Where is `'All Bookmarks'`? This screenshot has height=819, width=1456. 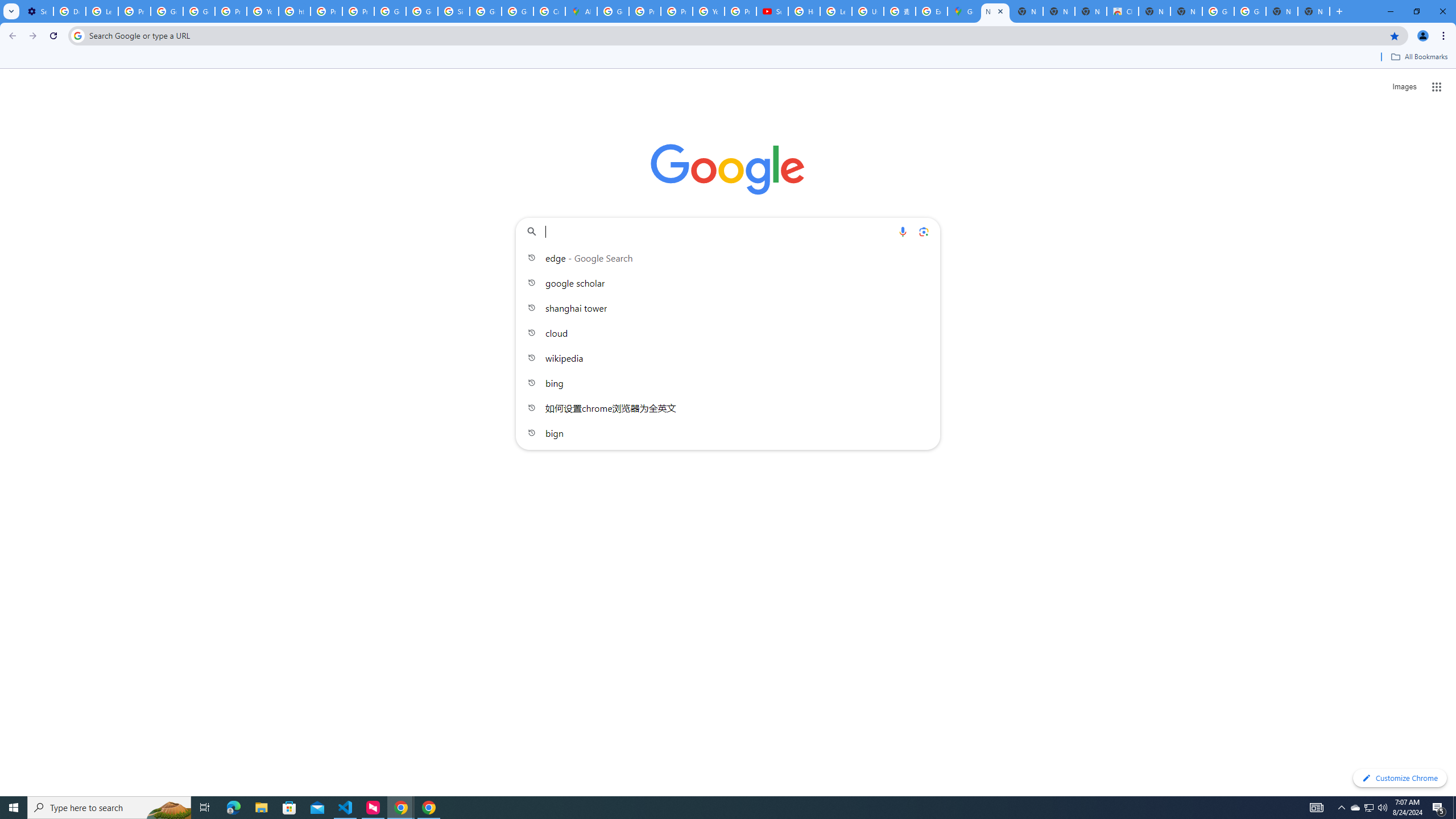
'All Bookmarks' is located at coordinates (1418, 56).